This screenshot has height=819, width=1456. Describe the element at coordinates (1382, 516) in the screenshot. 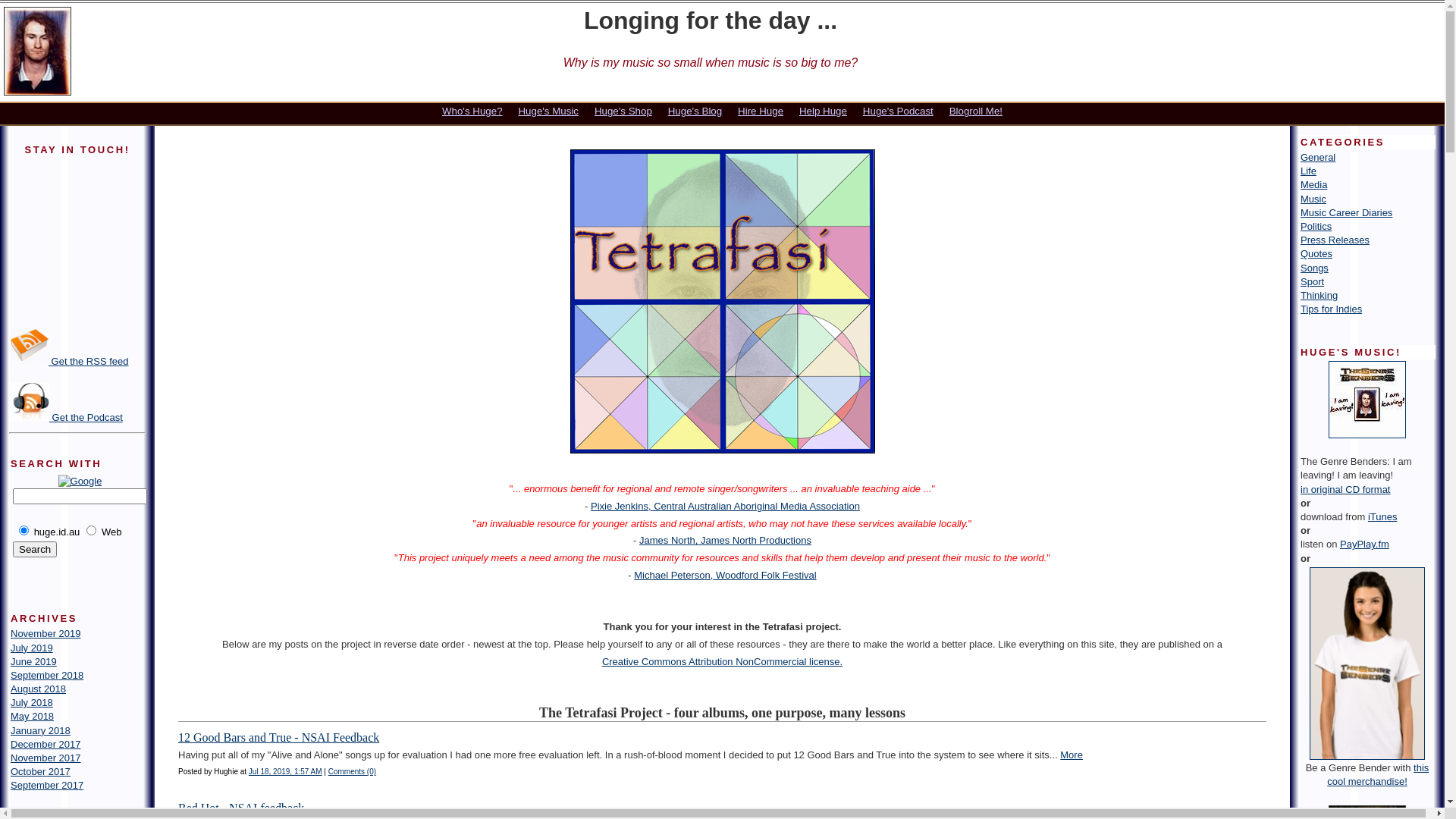

I see `'iTunes'` at that location.